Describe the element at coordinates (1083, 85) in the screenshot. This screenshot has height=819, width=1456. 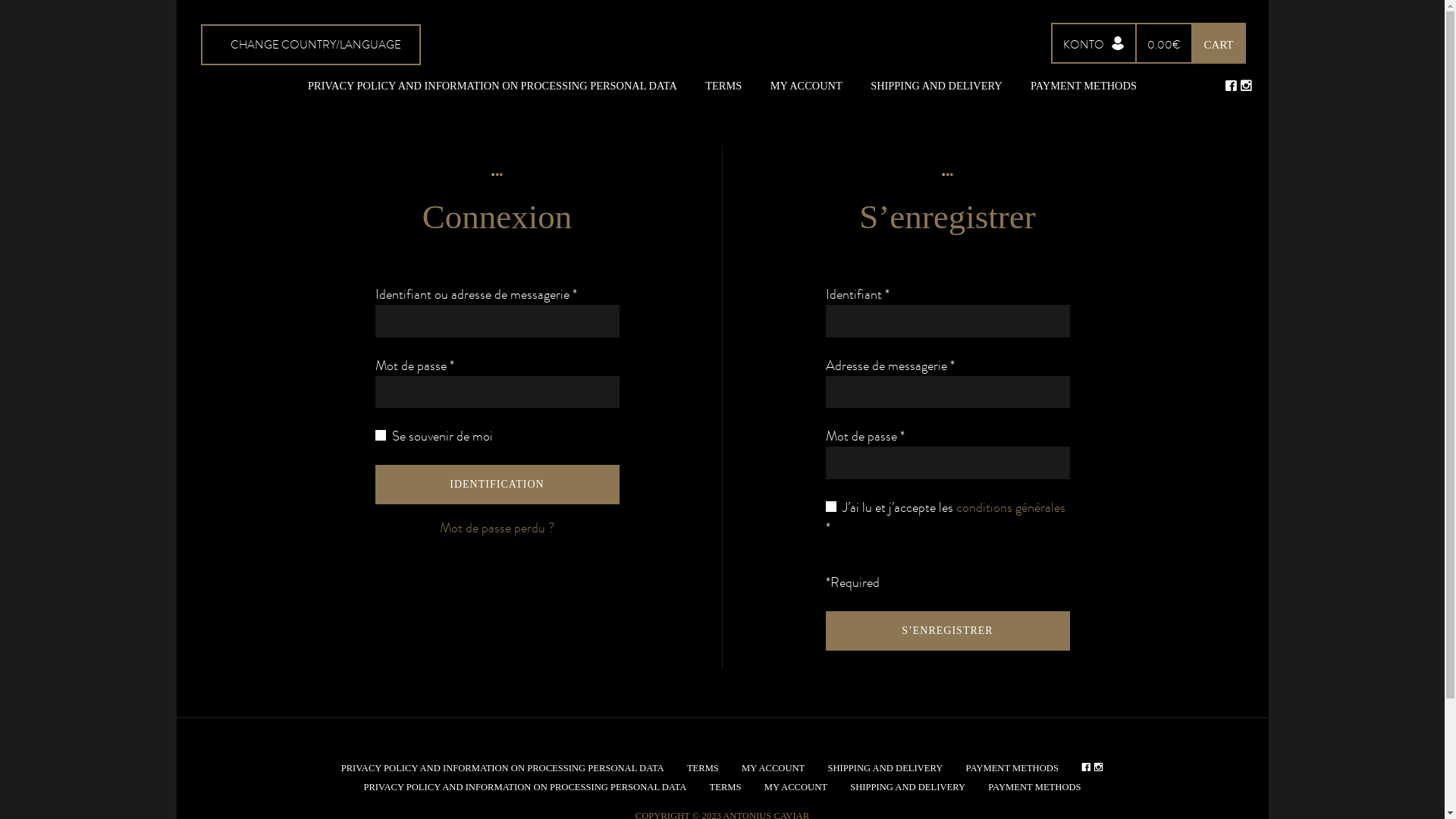
I see `'PAYMENT METHODS'` at that location.